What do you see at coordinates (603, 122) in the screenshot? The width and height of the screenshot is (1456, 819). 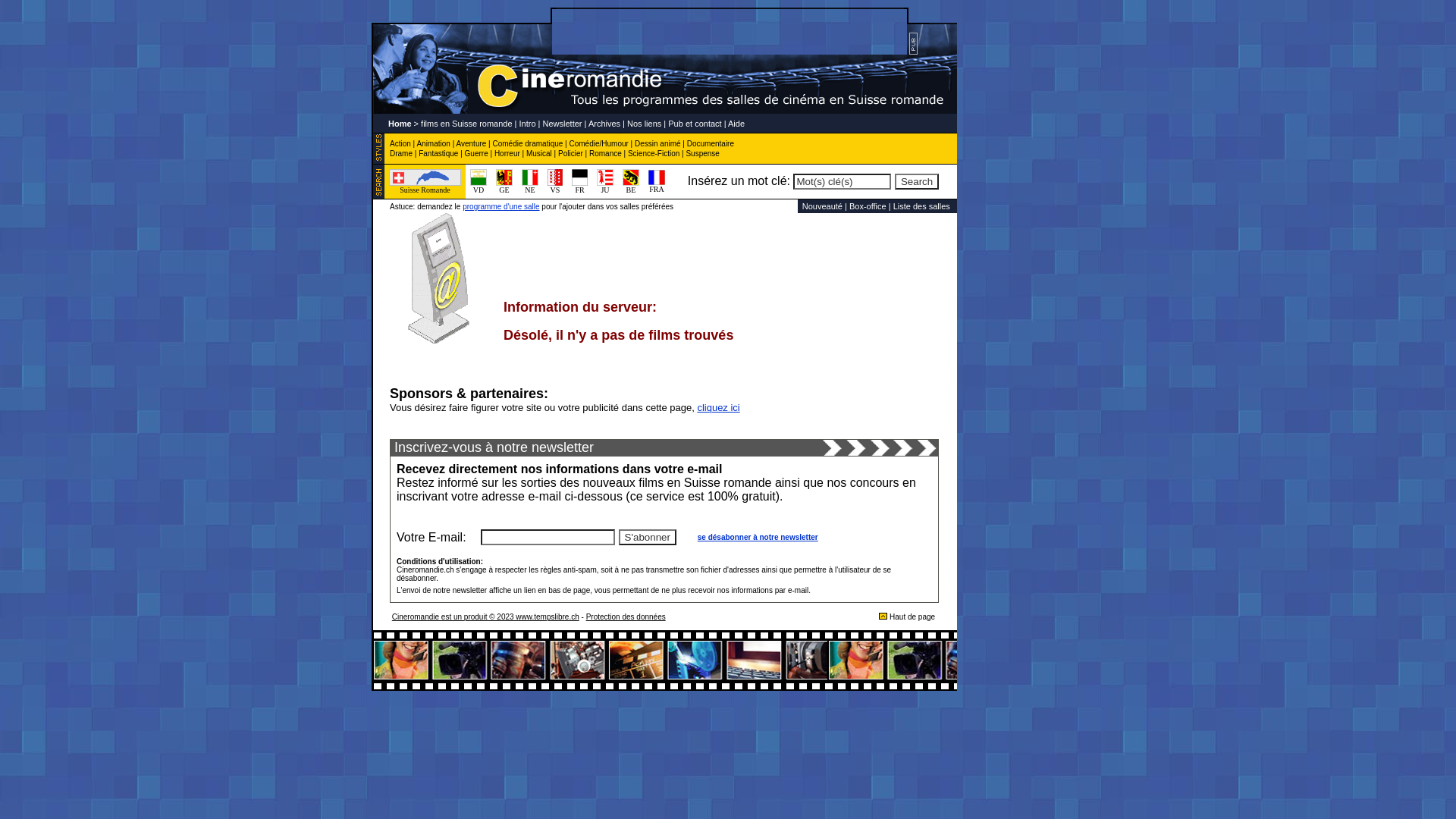 I see `'Archives'` at bounding box center [603, 122].